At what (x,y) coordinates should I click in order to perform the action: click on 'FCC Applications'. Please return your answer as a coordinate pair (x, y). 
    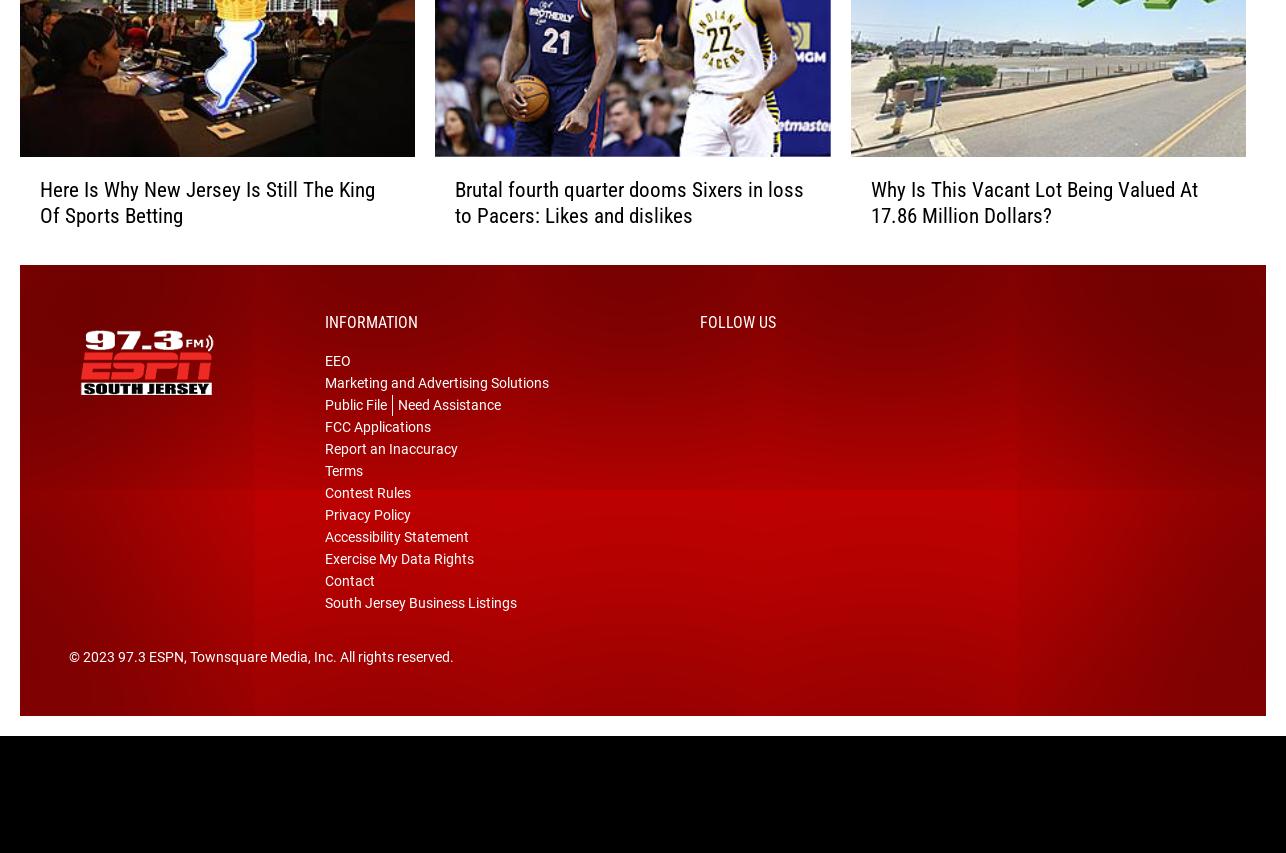
    Looking at the image, I should click on (376, 457).